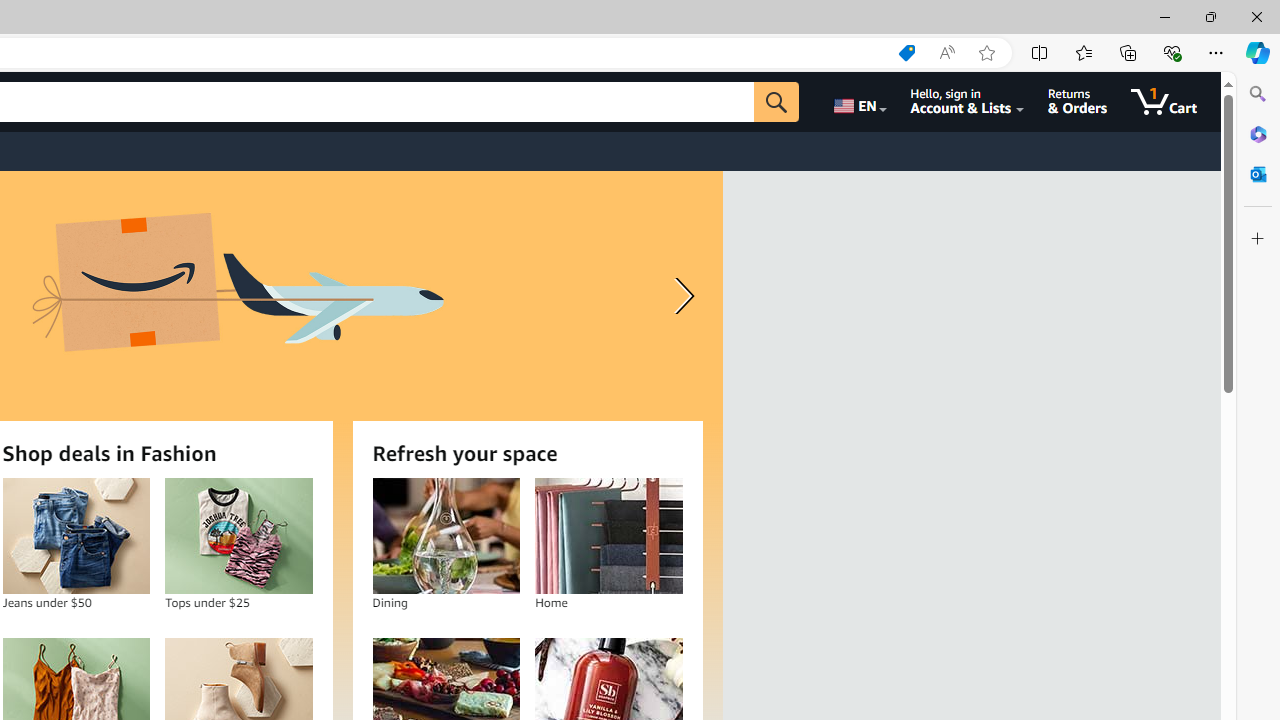  What do you see at coordinates (445, 535) in the screenshot?
I see `'Dining'` at bounding box center [445, 535].